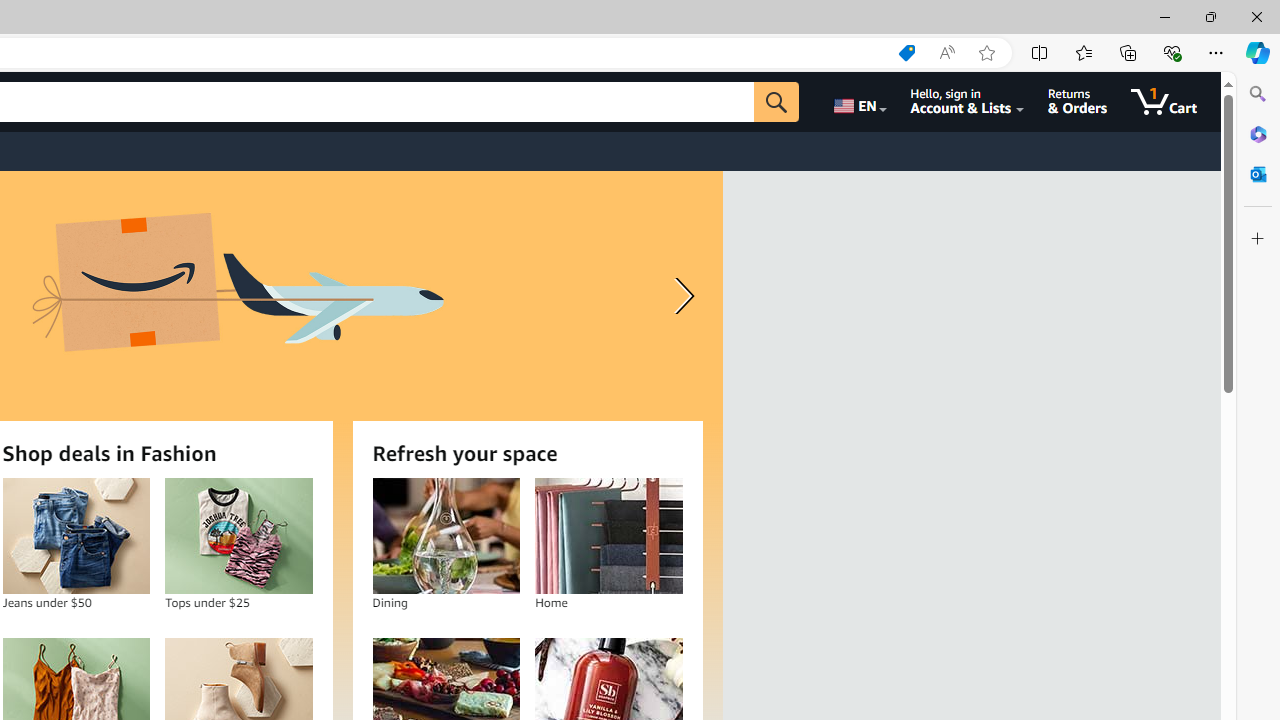  What do you see at coordinates (445, 535) in the screenshot?
I see `'Dining'` at bounding box center [445, 535].